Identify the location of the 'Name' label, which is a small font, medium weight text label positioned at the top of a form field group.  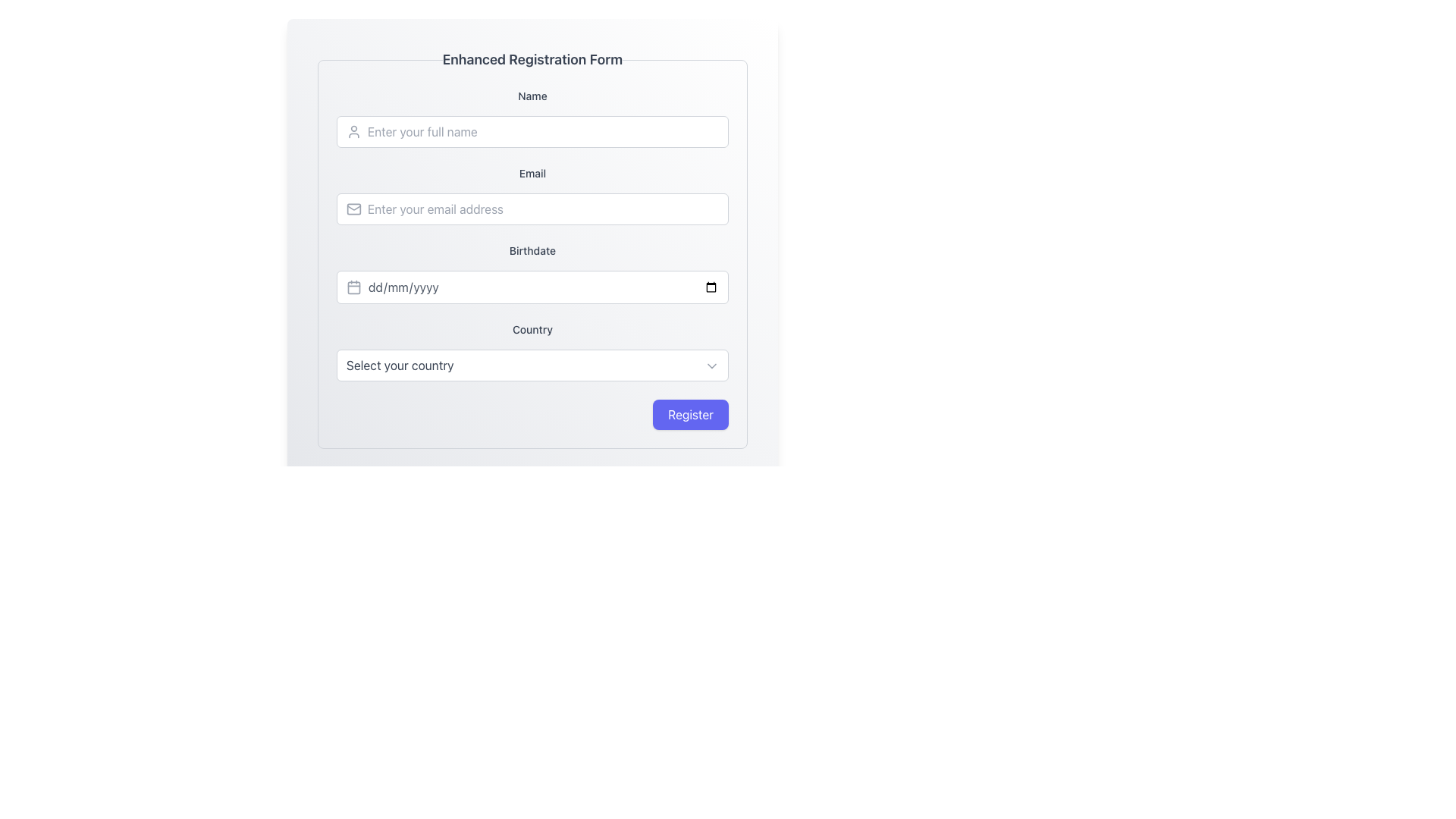
(532, 96).